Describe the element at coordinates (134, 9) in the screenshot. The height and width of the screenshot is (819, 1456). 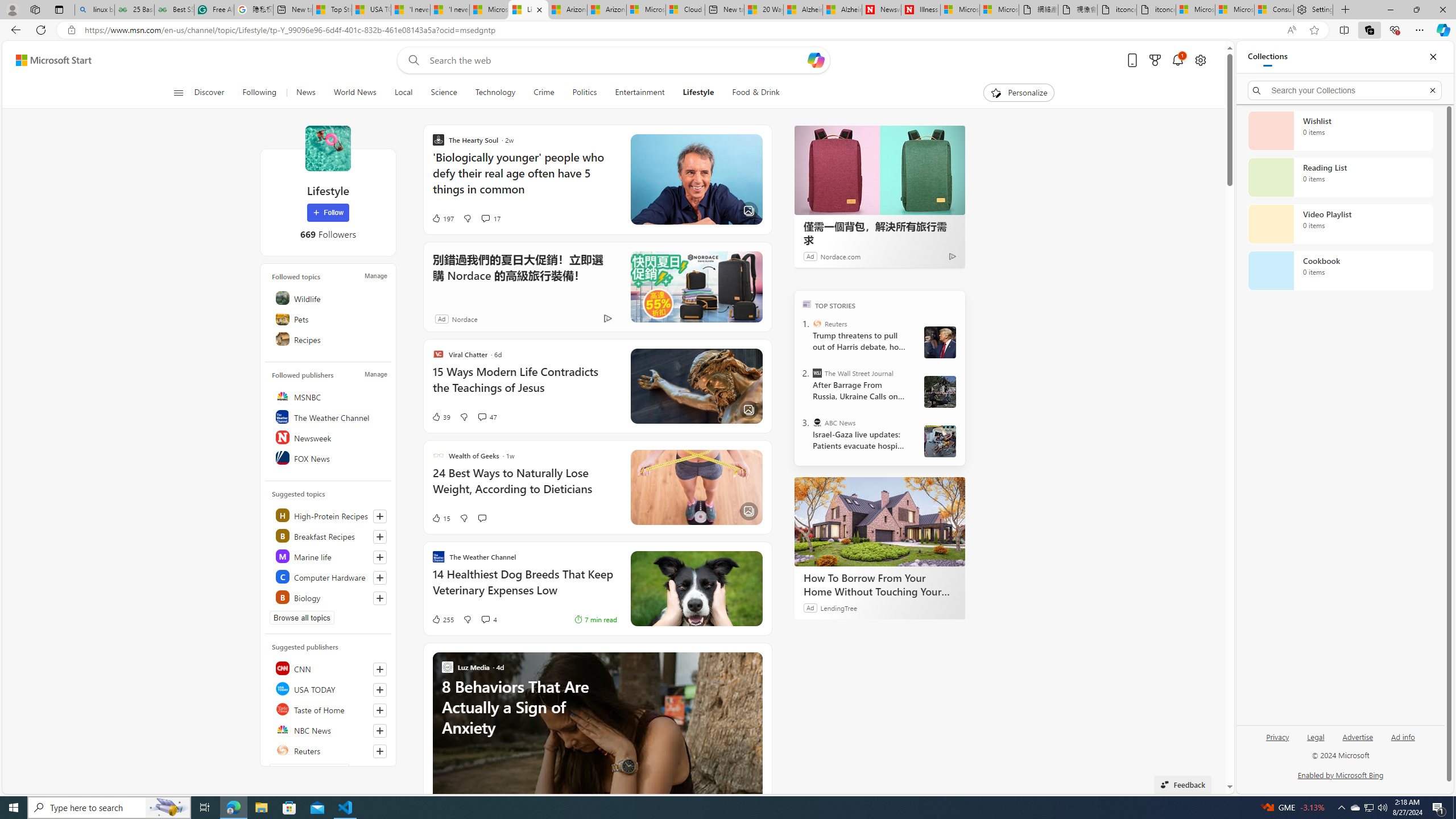
I see `'25 Basic Linux Commands For Beginners - GeeksforGeeks'` at that location.